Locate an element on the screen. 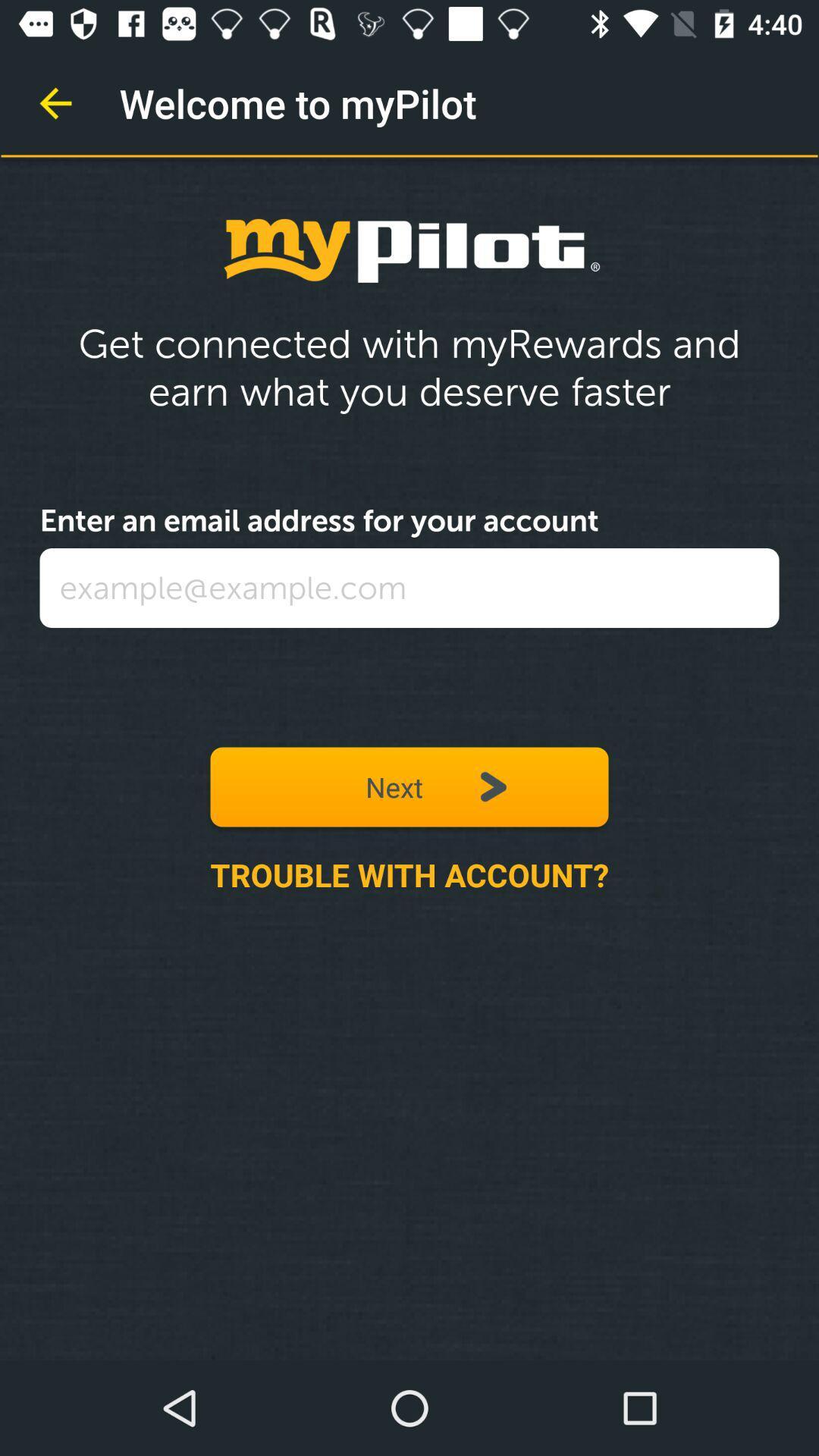 This screenshot has width=819, height=1456. icon next to welcome to mypilot is located at coordinates (55, 102).